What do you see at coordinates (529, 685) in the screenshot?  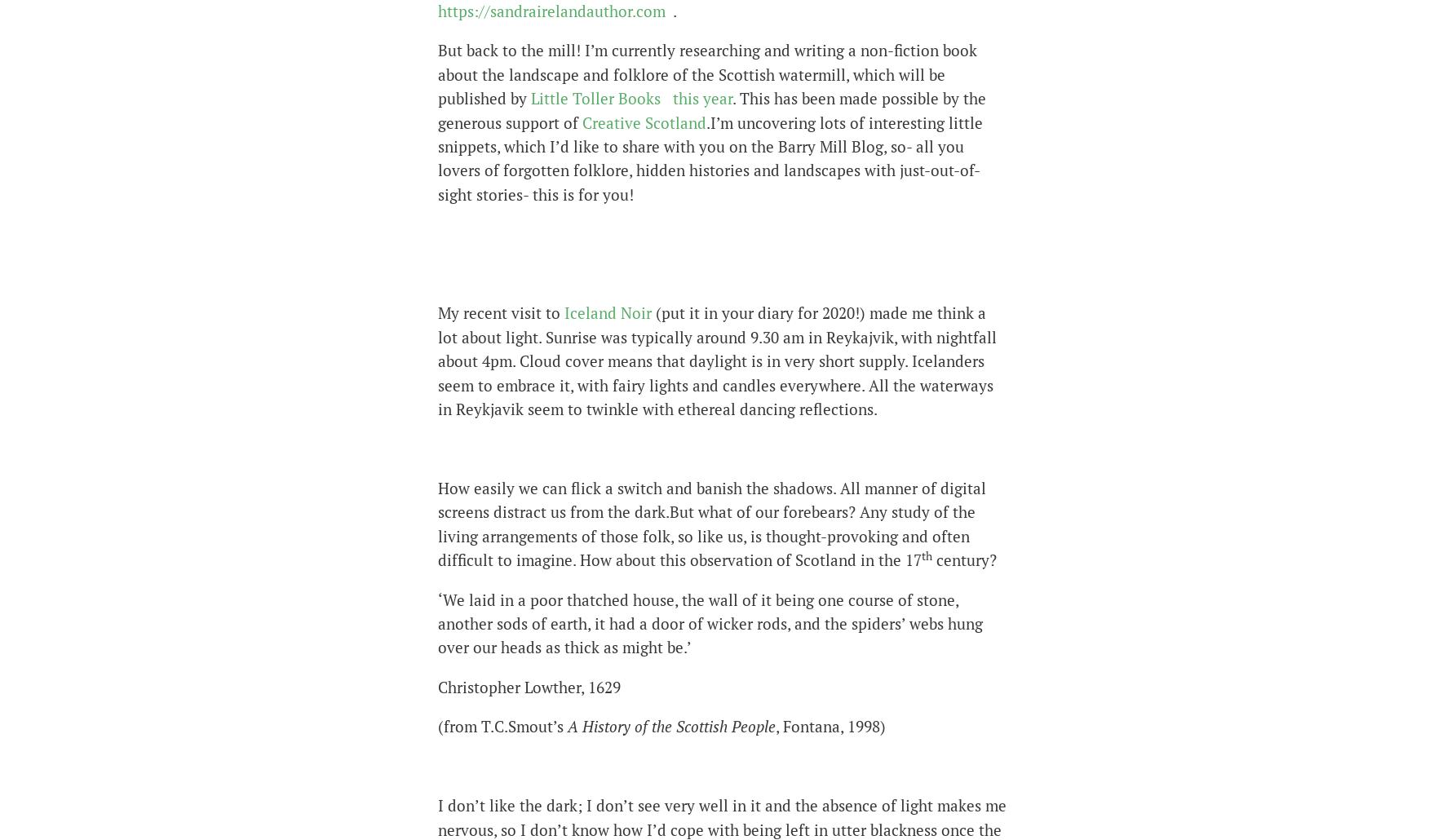 I see `'Christopher Lowther, 1629'` at bounding box center [529, 685].